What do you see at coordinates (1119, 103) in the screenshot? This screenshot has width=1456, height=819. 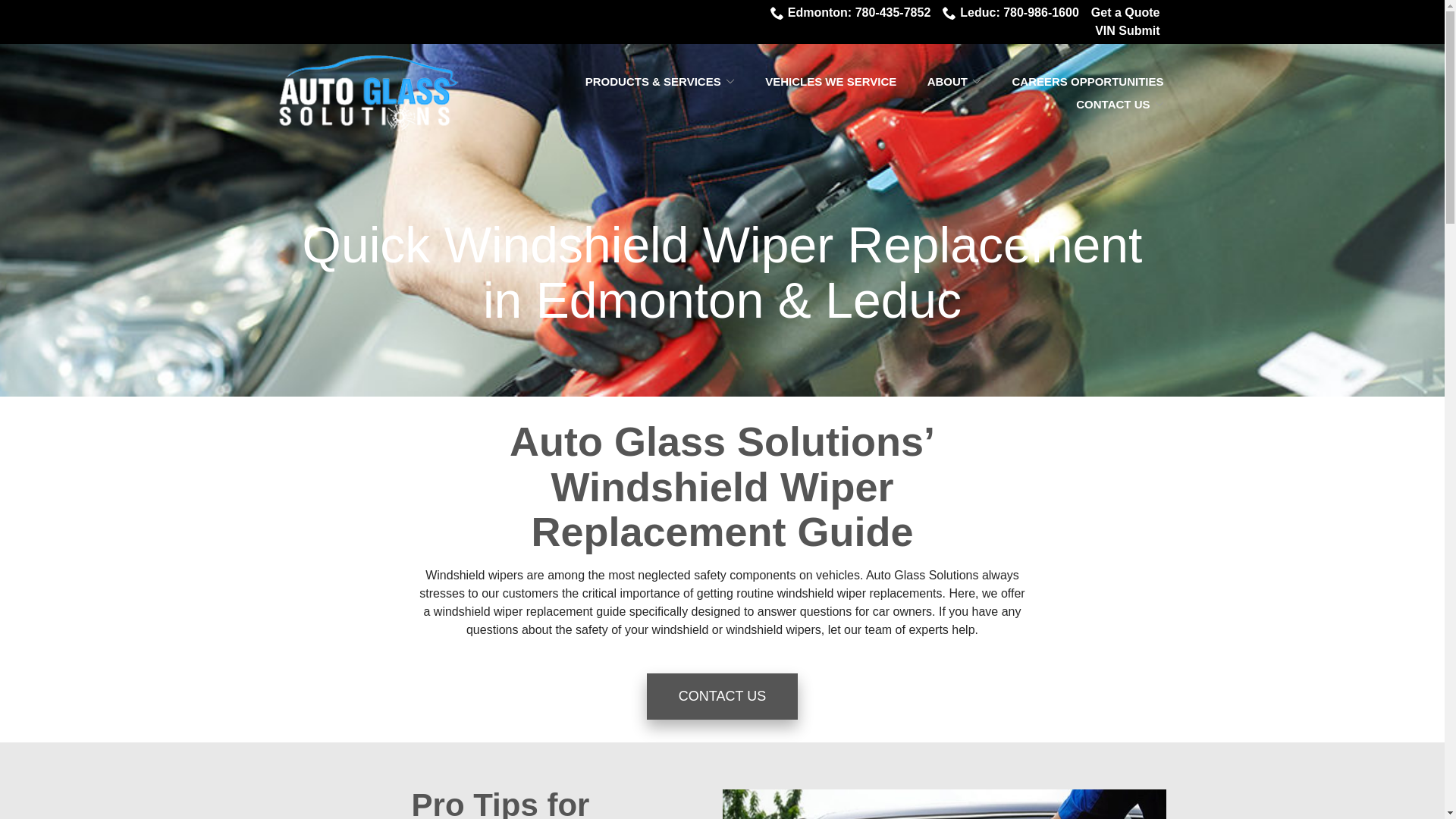 I see `'CONTACT US'` at bounding box center [1119, 103].